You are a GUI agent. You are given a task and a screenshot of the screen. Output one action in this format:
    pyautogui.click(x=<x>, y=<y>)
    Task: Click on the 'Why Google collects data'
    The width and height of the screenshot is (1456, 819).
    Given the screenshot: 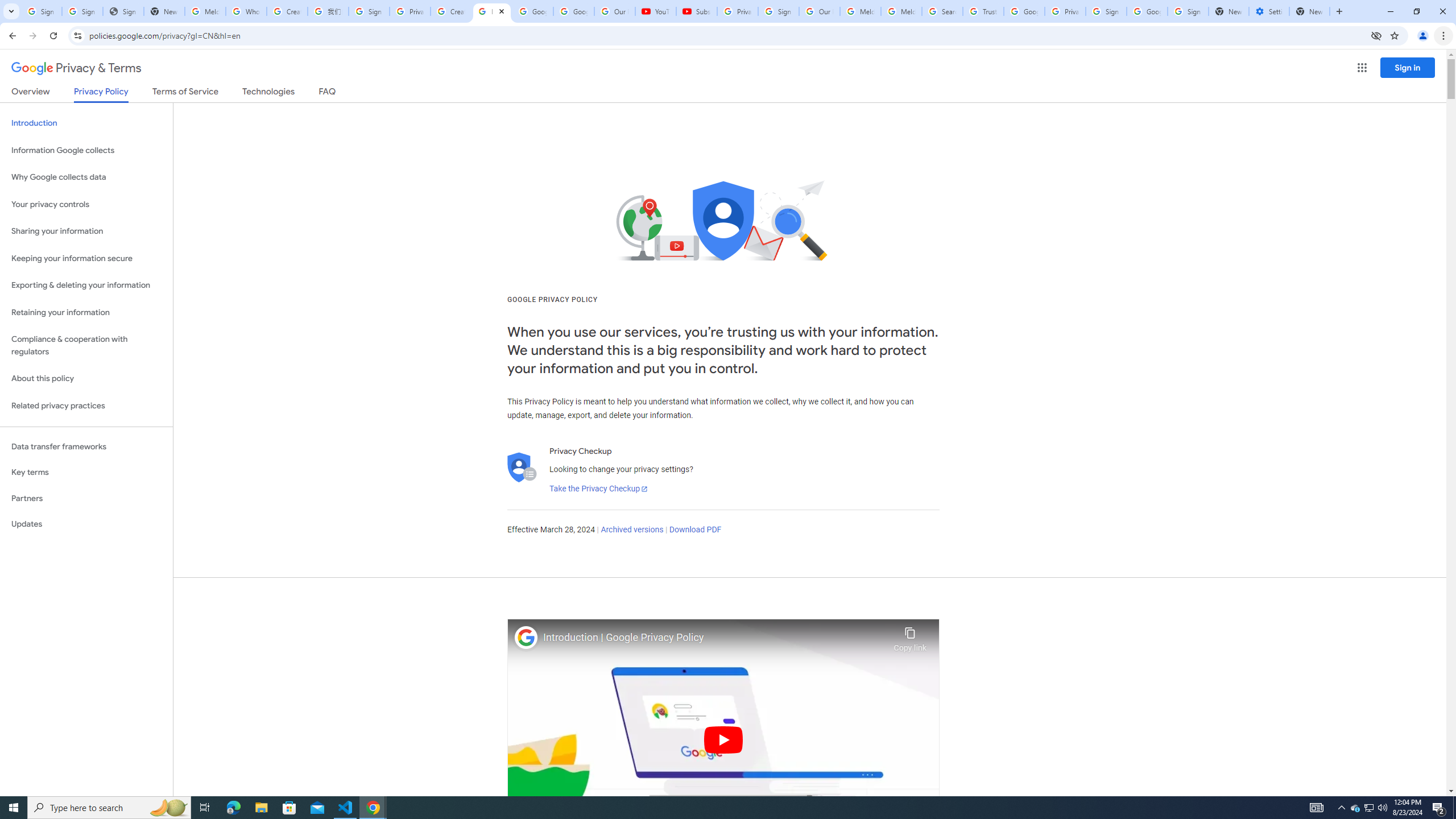 What is the action you would take?
    pyautogui.click(x=86, y=176)
    